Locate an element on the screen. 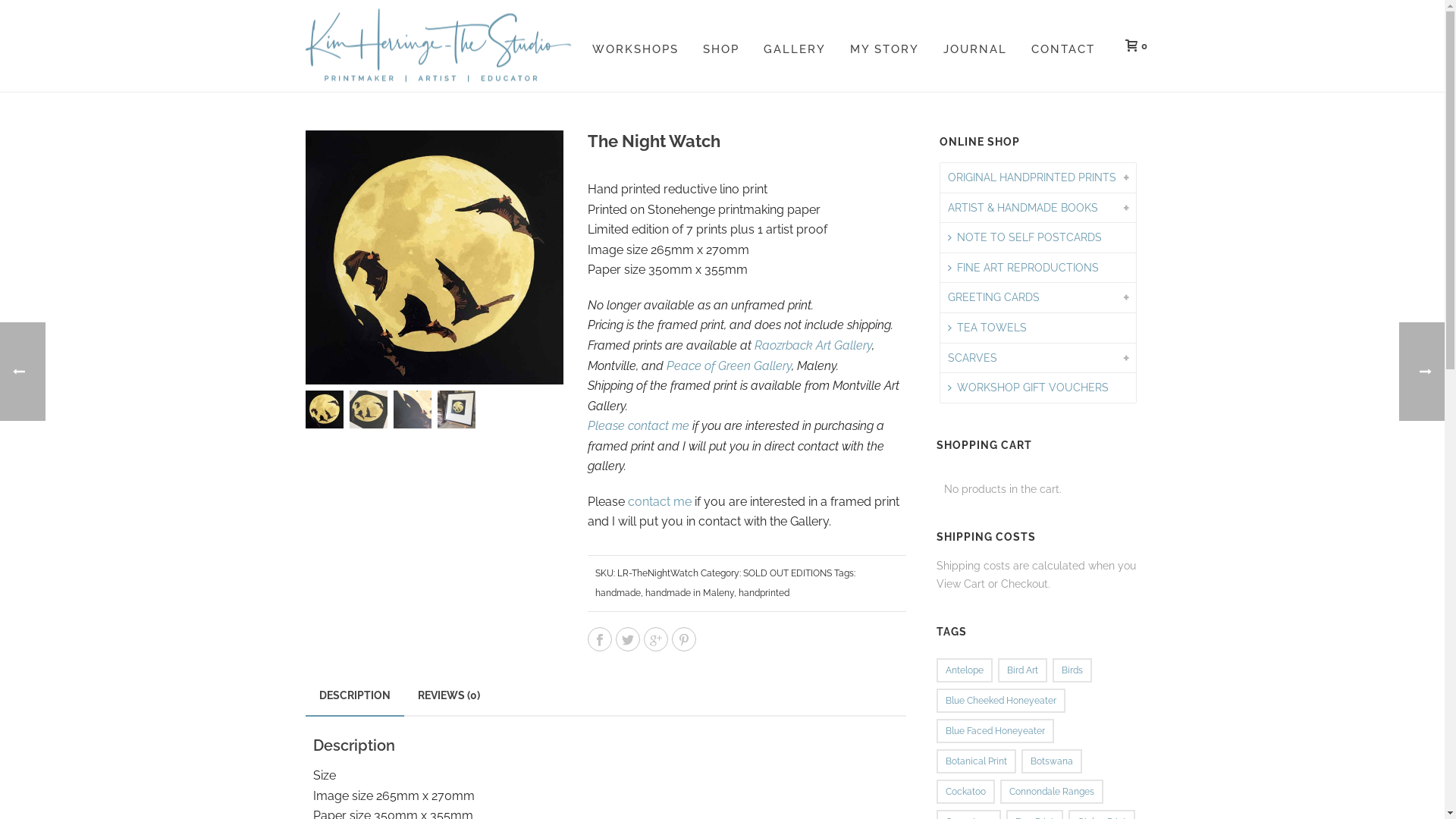 The image size is (1456, 819). 'Birds' is located at coordinates (1051, 669).